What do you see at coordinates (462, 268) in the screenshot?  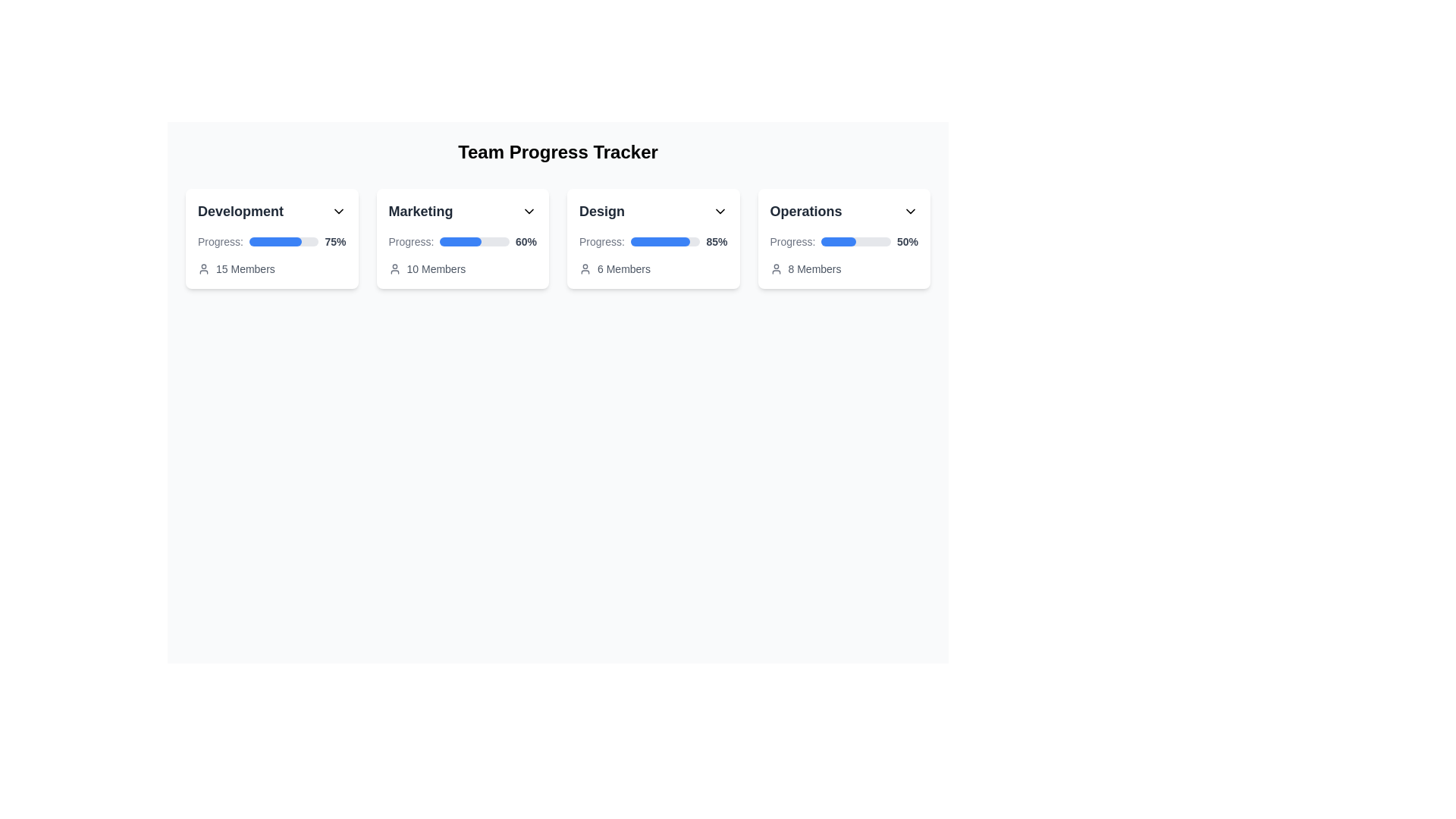 I see `the label with icon indicating the number of members associated with the 'Marketing' section, located at the bottom of the 'Marketing' section card, directly below the blue progress bar and percentage indicator` at bounding box center [462, 268].